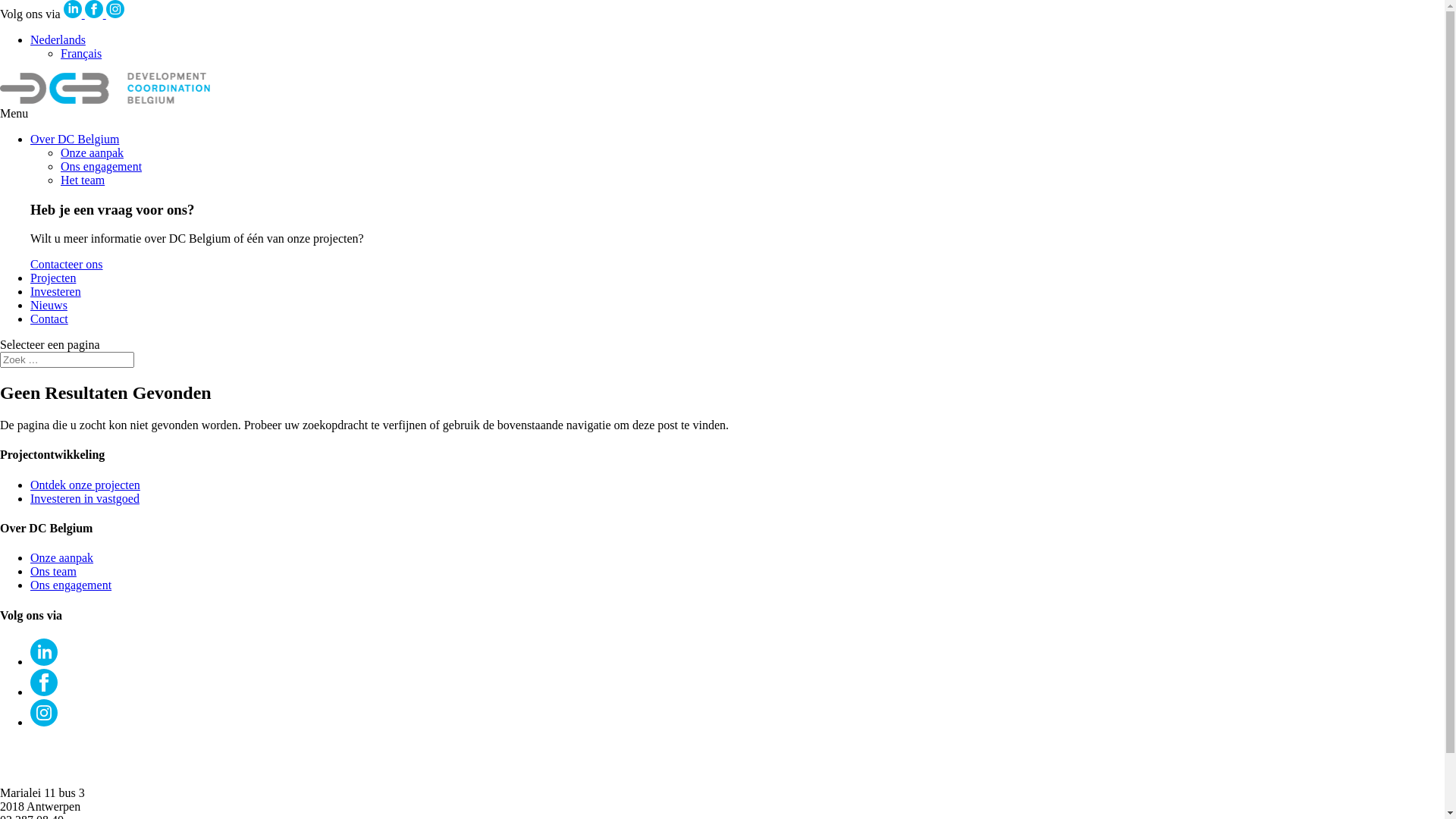 This screenshot has width=1456, height=819. What do you see at coordinates (62, 14) in the screenshot?
I see `'DC Belgium LinkedIn'` at bounding box center [62, 14].